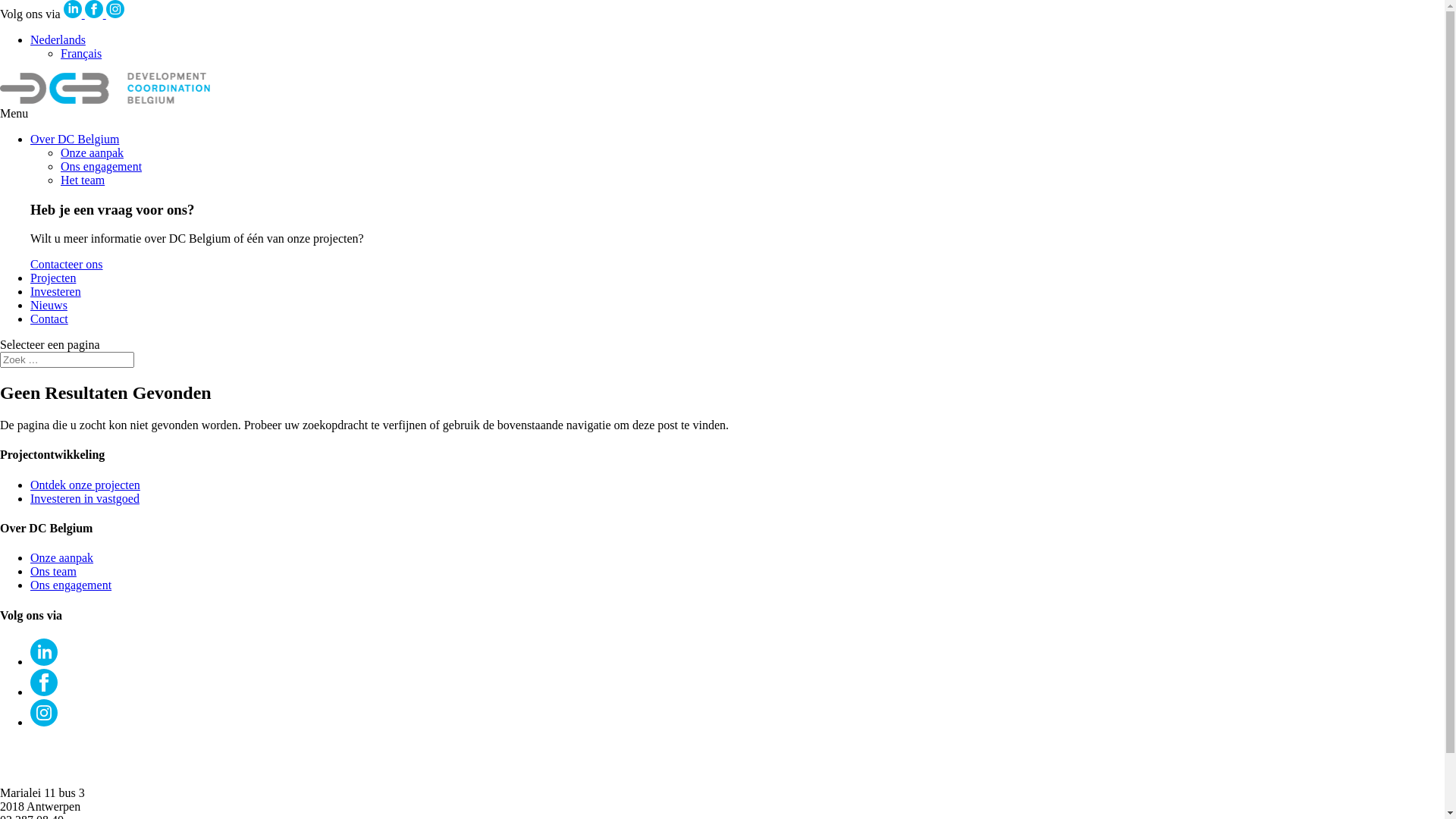 This screenshot has width=1456, height=819. What do you see at coordinates (62, 14) in the screenshot?
I see `'DC Belgium LinkedIn'` at bounding box center [62, 14].